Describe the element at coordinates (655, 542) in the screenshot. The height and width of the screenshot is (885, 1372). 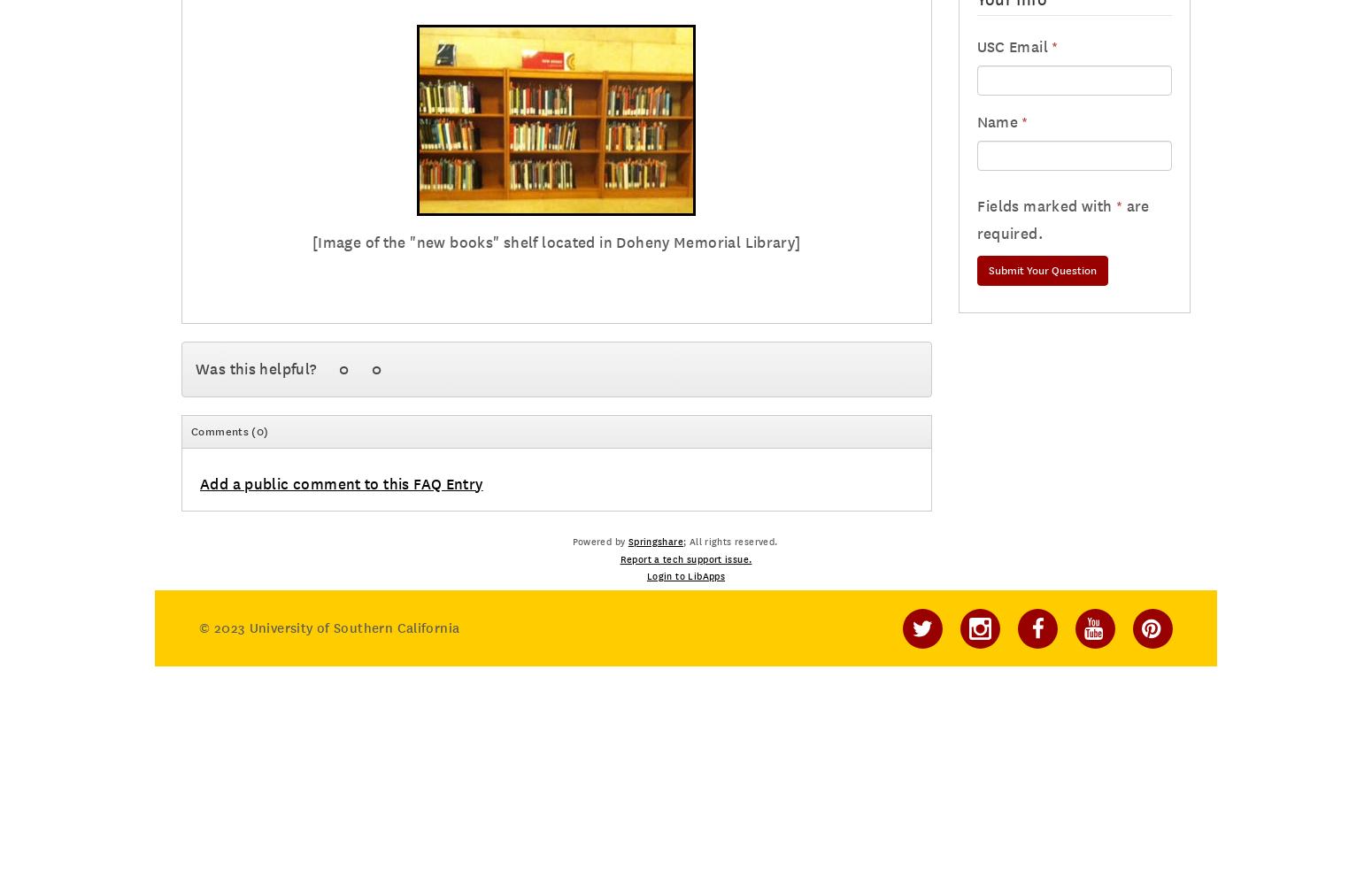
I see `'Springshare'` at that location.